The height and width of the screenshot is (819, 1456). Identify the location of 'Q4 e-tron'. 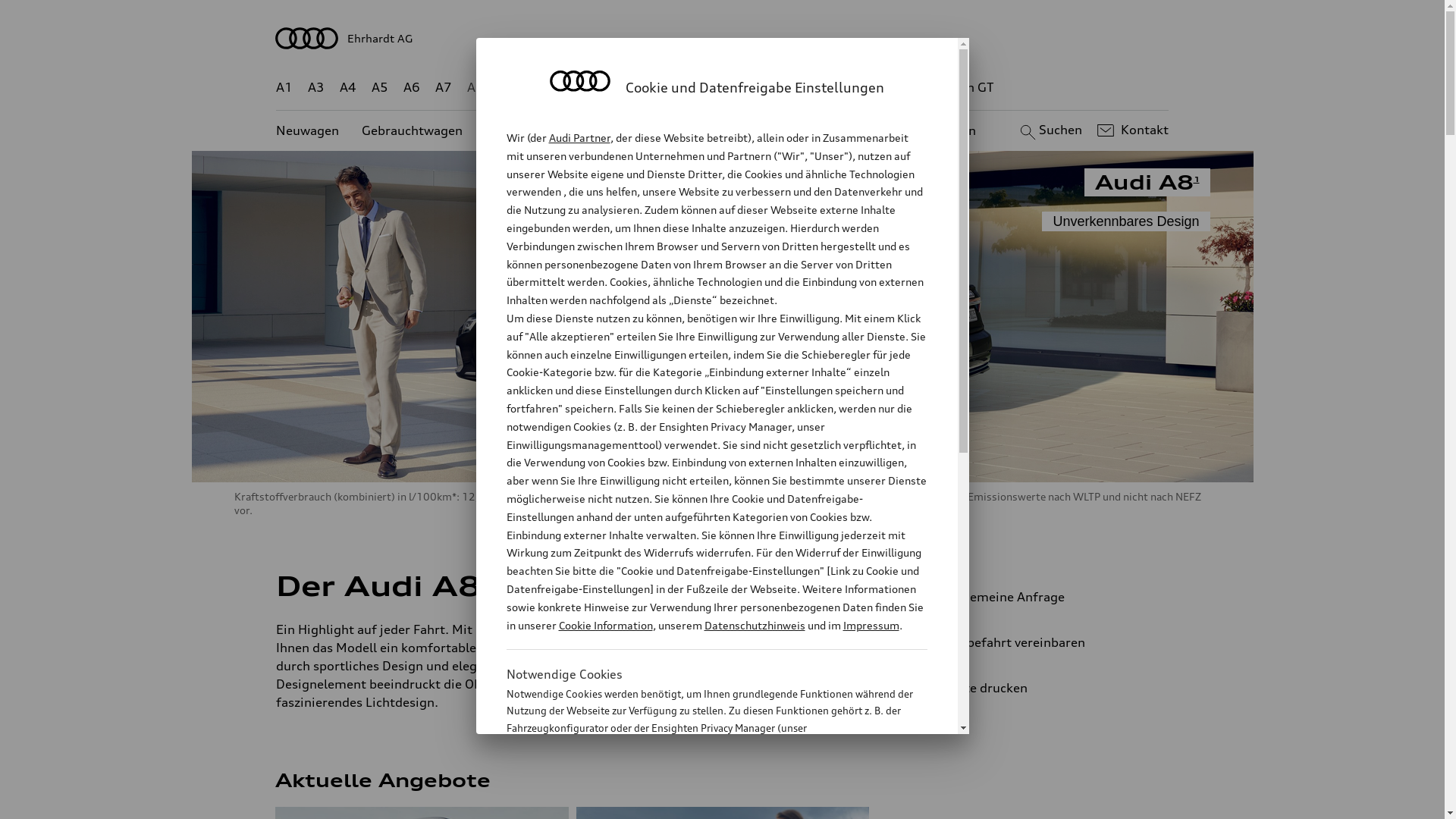
(592, 87).